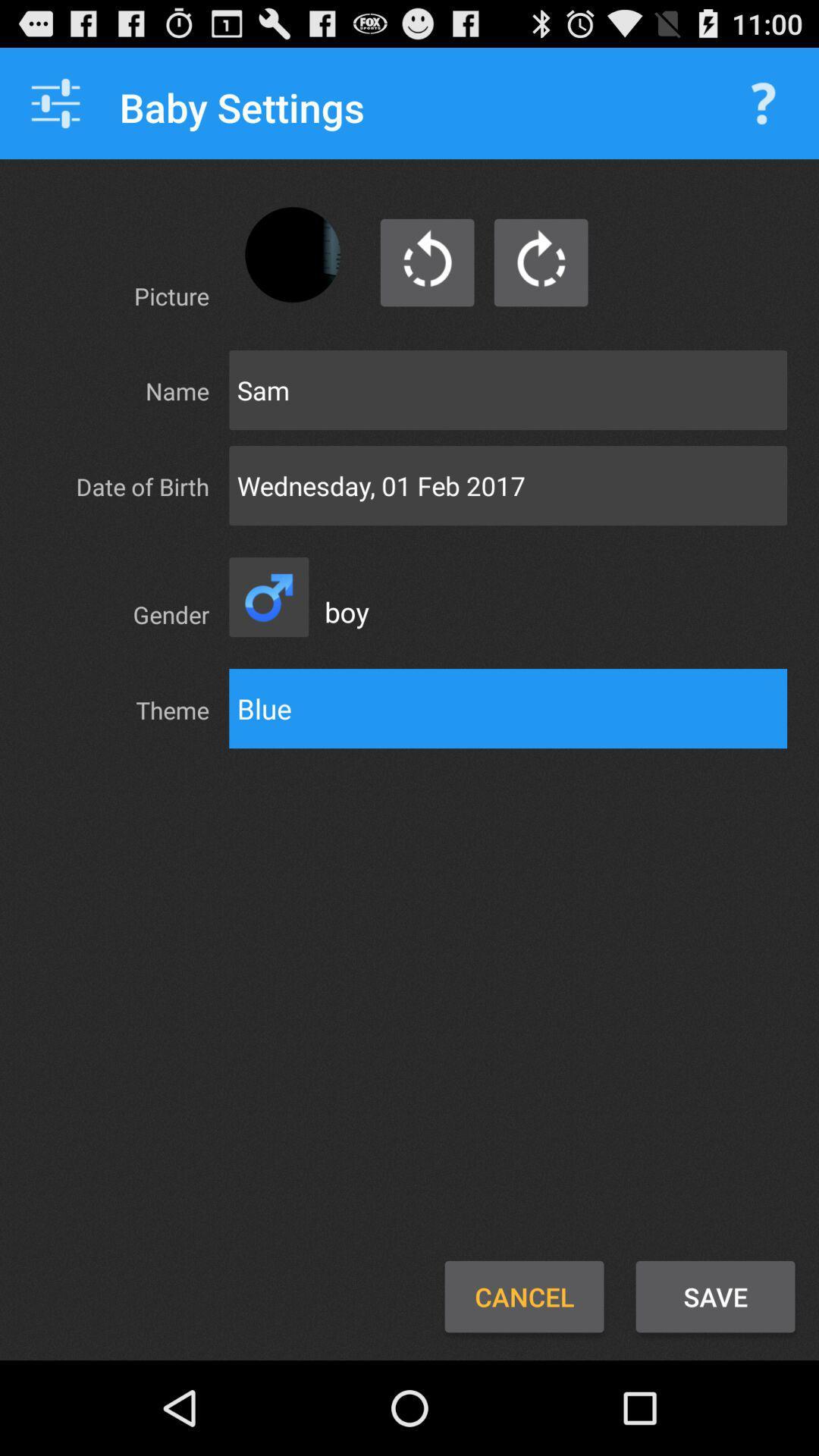 Image resolution: width=819 pixels, height=1456 pixels. What do you see at coordinates (763, 102) in the screenshot?
I see `need help` at bounding box center [763, 102].